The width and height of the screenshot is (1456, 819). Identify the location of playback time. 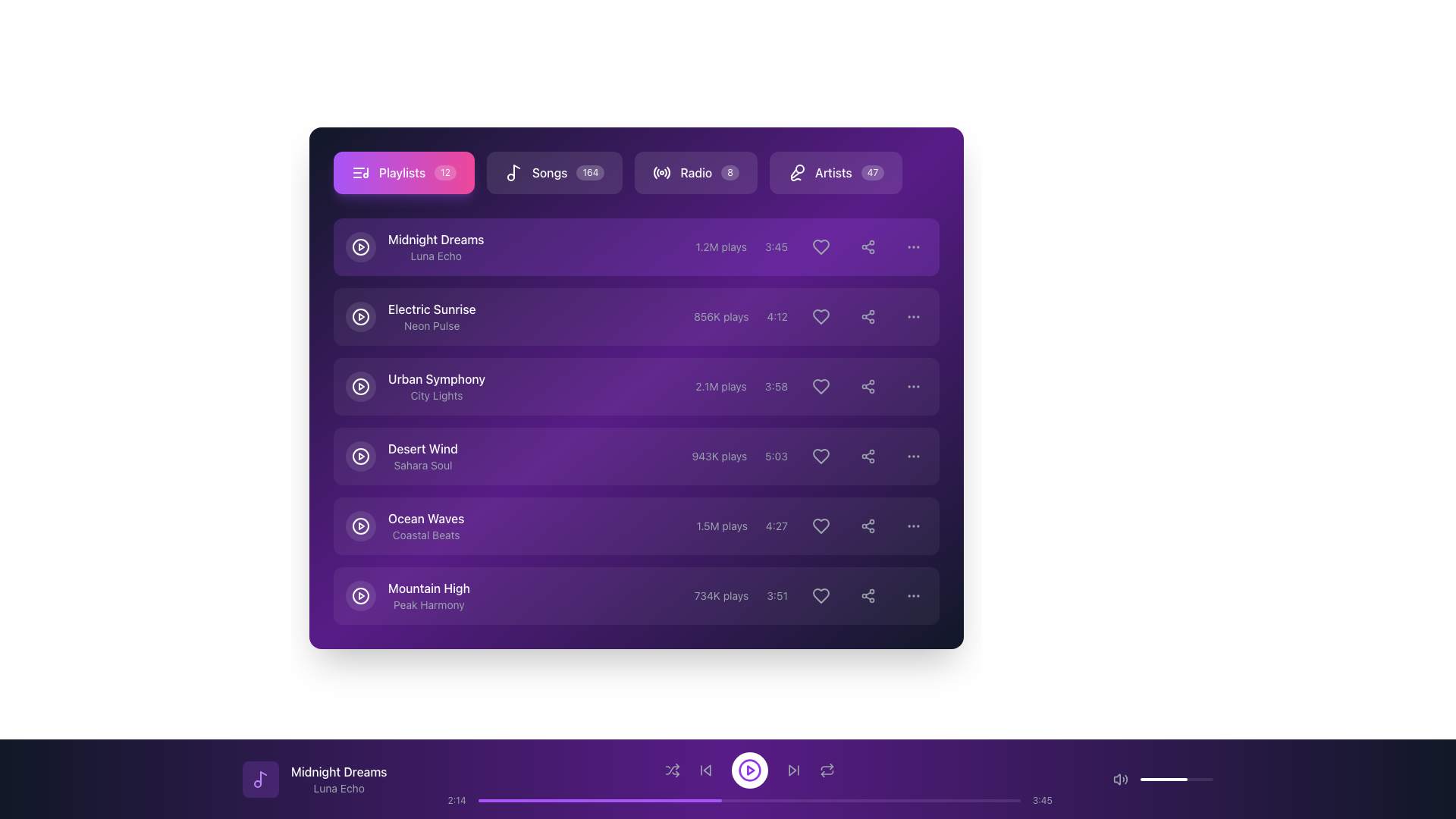
(591, 800).